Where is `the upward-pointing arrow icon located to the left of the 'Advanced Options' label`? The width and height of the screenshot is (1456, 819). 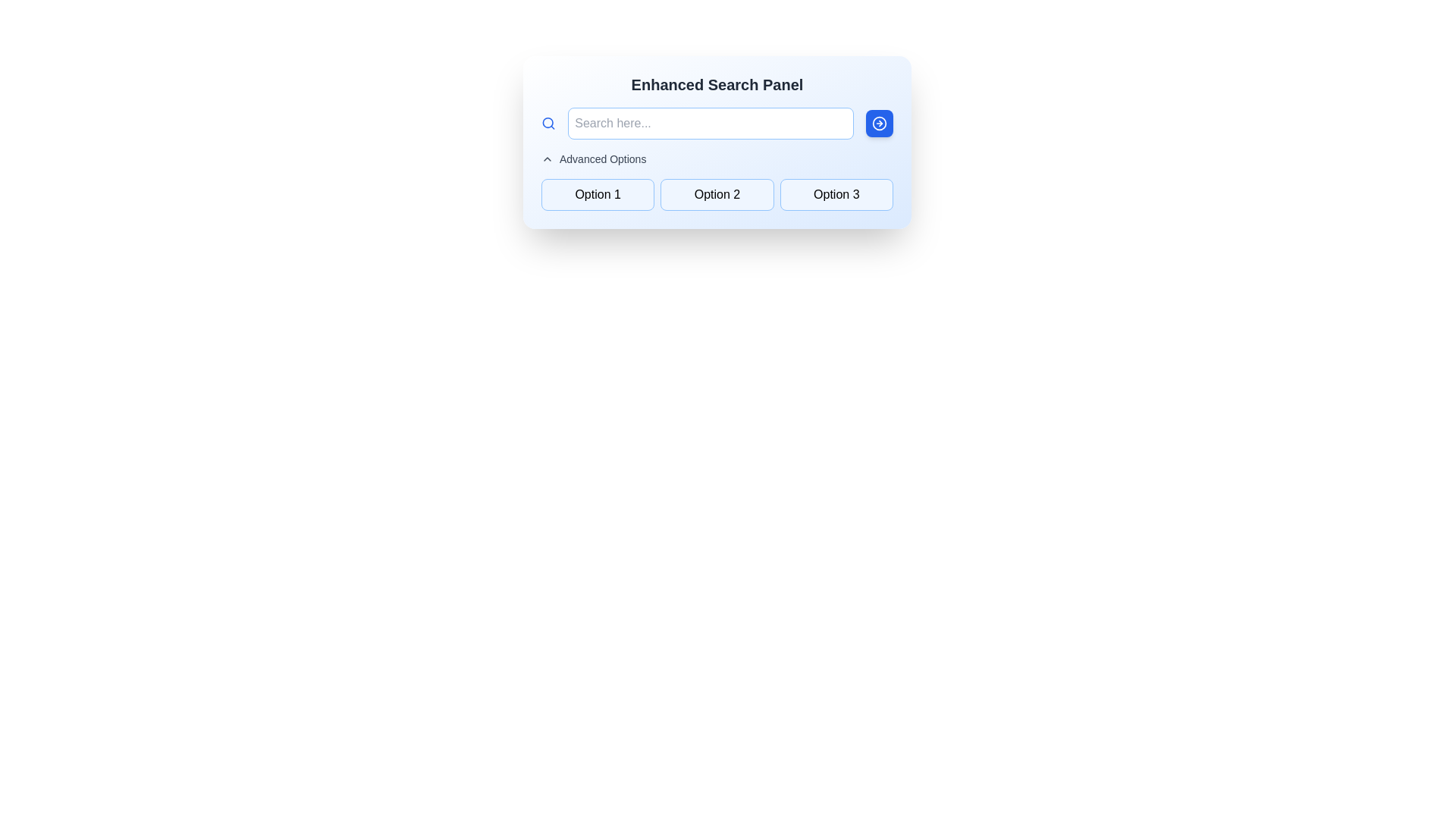
the upward-pointing arrow icon located to the left of the 'Advanced Options' label is located at coordinates (546, 158).